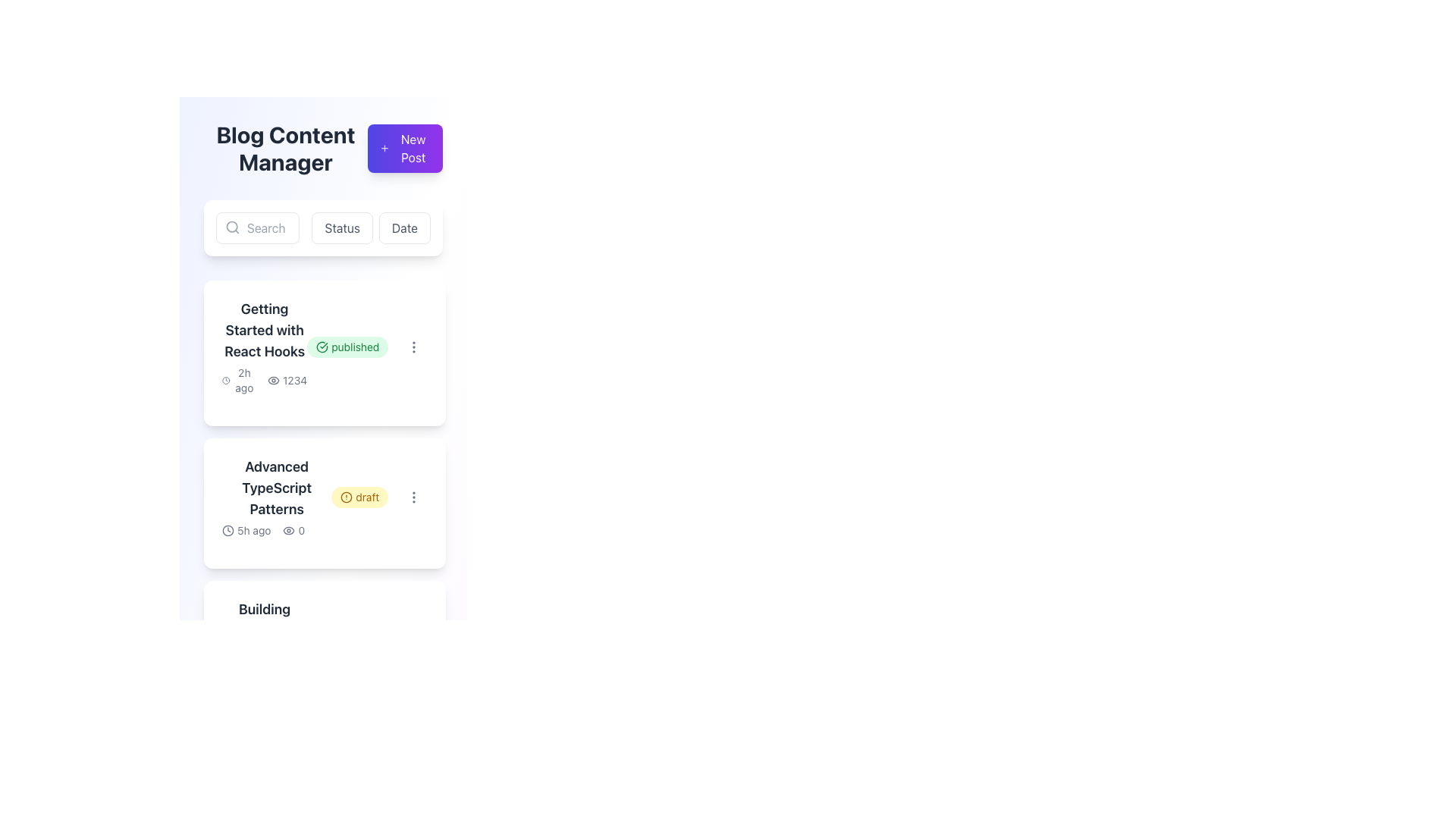 The width and height of the screenshot is (1456, 819). I want to click on the central part of the clock icon, which is a vector graphic circle representing time-related information, located to the left of the publication time label in the blog content list cards, so click(227, 529).